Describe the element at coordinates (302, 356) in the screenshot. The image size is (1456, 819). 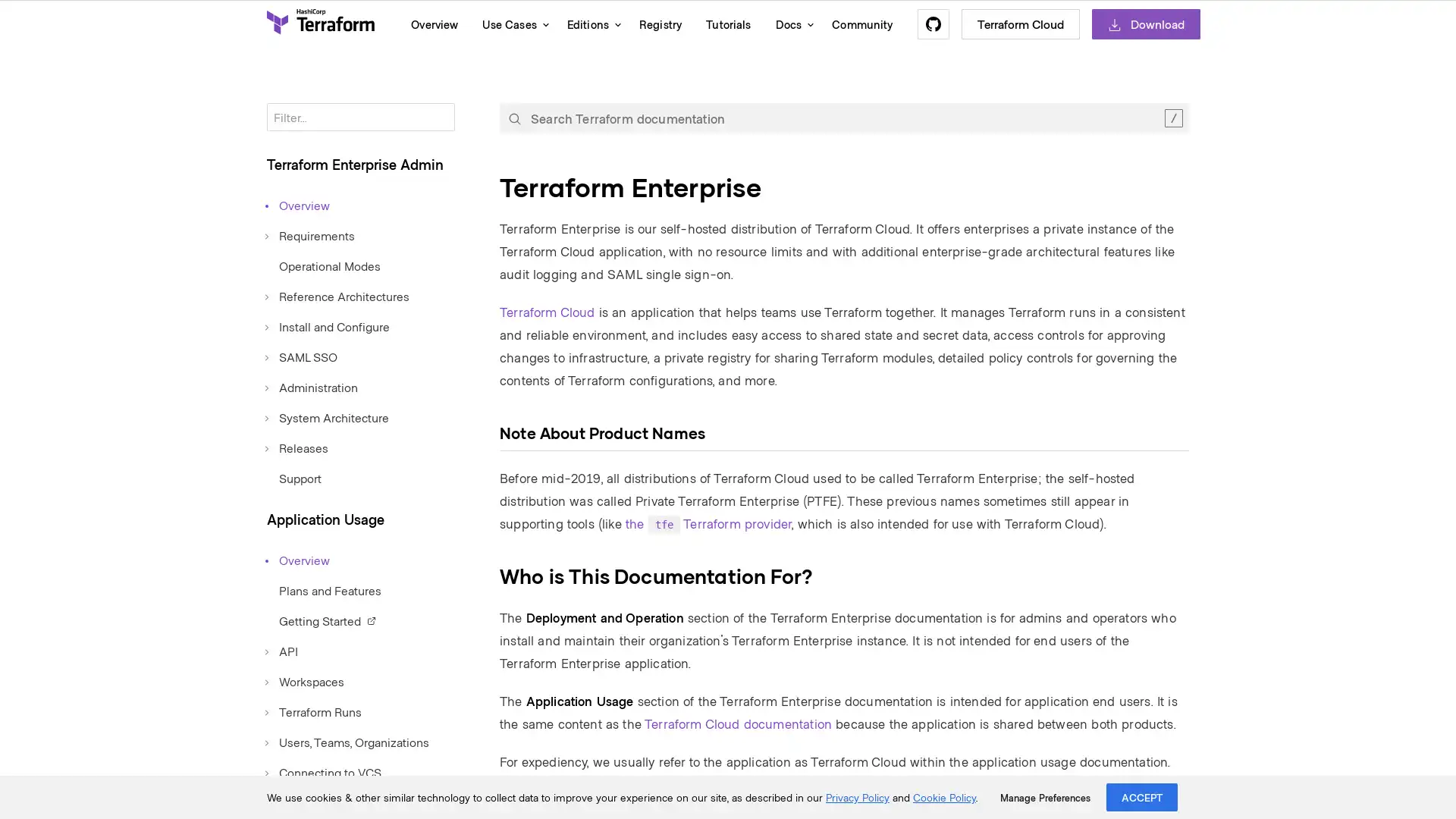
I see `SAML SSO` at that location.